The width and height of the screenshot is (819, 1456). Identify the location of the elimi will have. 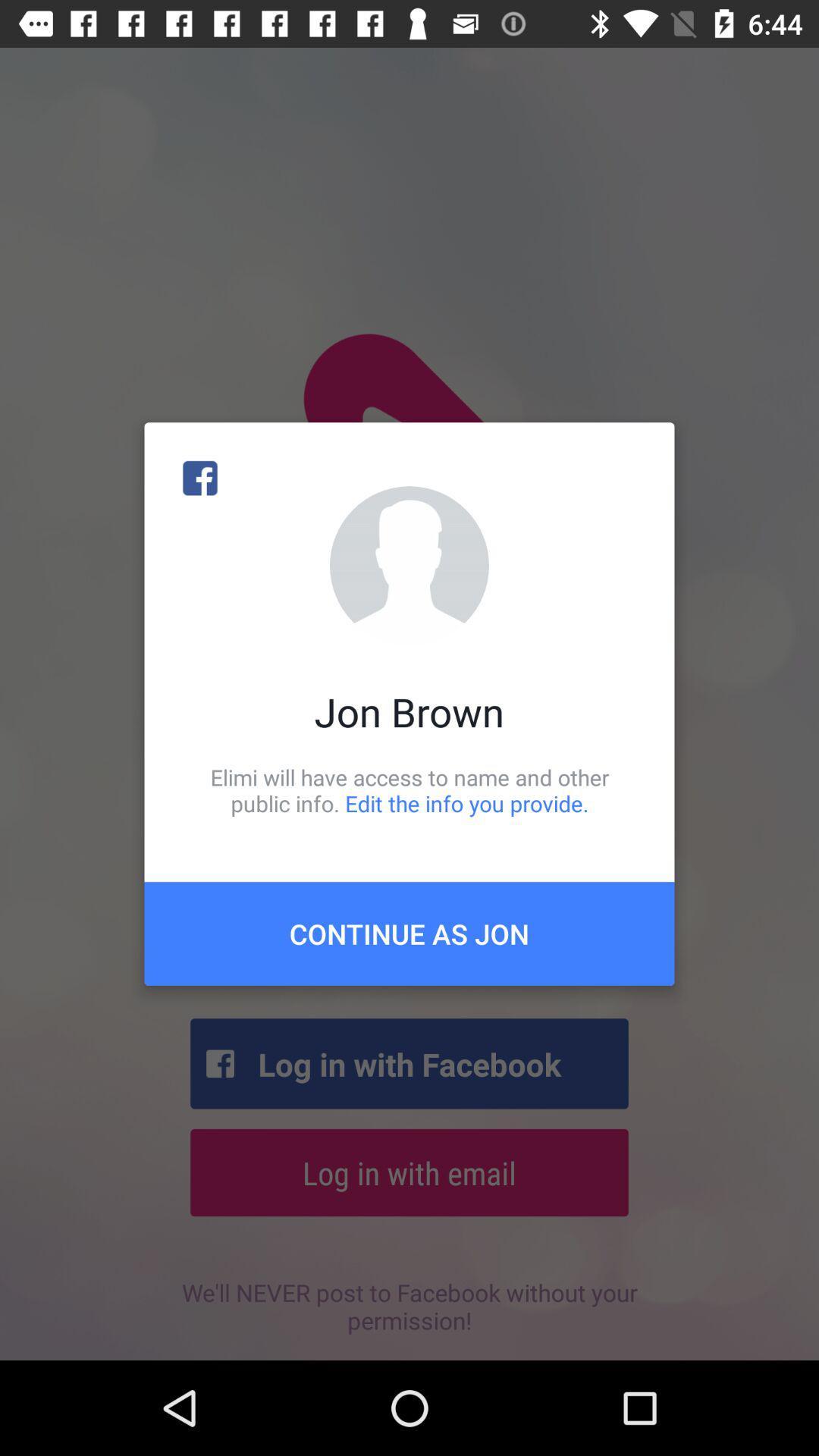
(409, 789).